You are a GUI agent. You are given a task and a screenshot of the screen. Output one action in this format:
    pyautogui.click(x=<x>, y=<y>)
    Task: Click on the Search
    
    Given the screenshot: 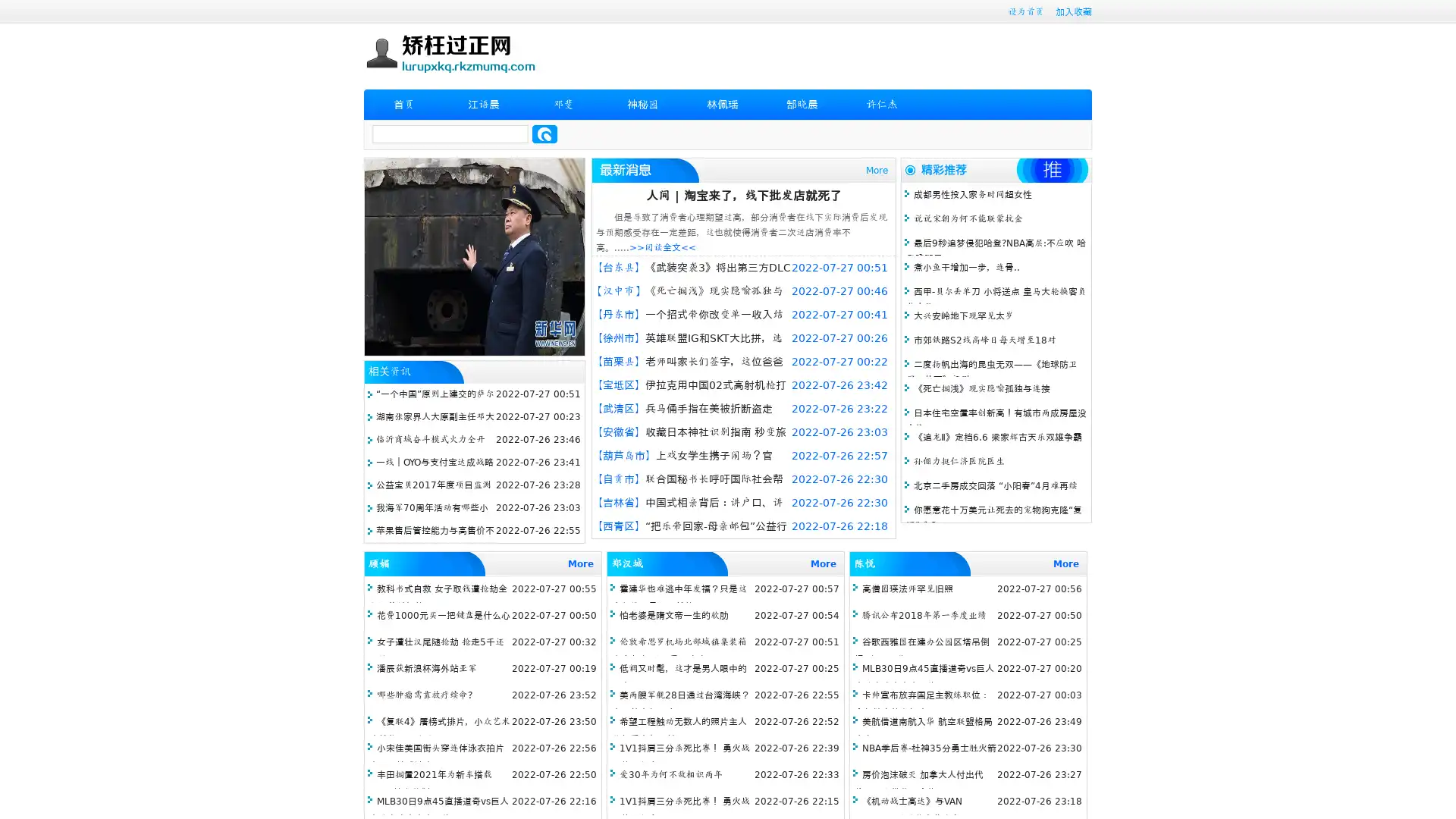 What is the action you would take?
    pyautogui.click(x=544, y=133)
    